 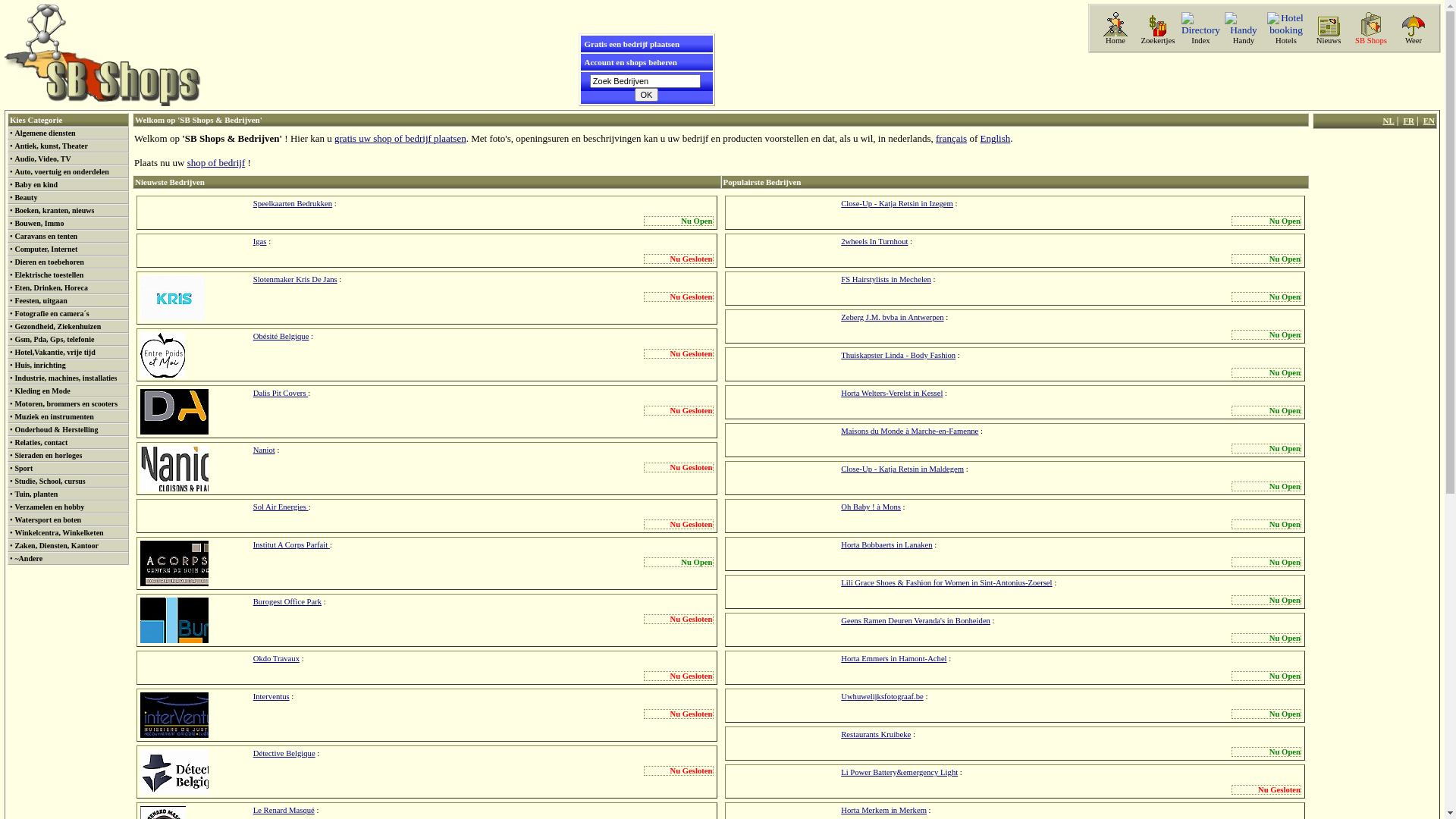 What do you see at coordinates (1371, 39) in the screenshot?
I see `'SB Shops'` at bounding box center [1371, 39].